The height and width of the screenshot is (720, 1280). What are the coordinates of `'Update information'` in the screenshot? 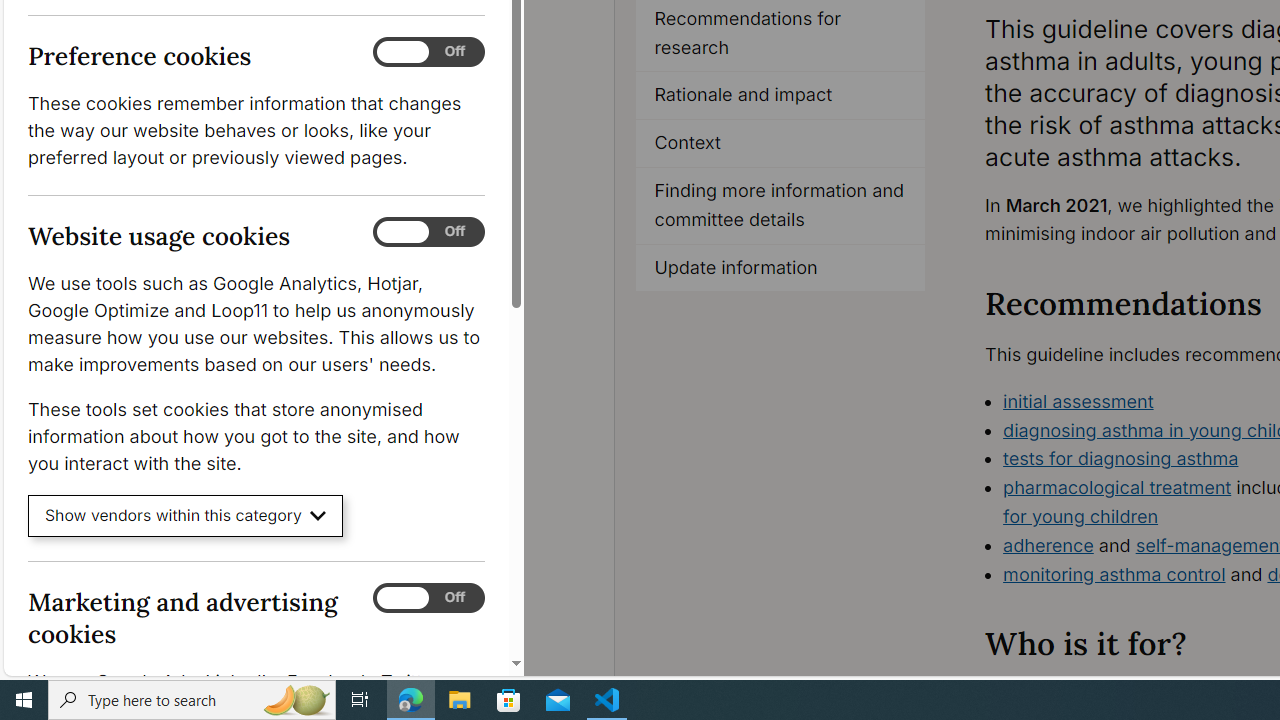 It's located at (780, 267).